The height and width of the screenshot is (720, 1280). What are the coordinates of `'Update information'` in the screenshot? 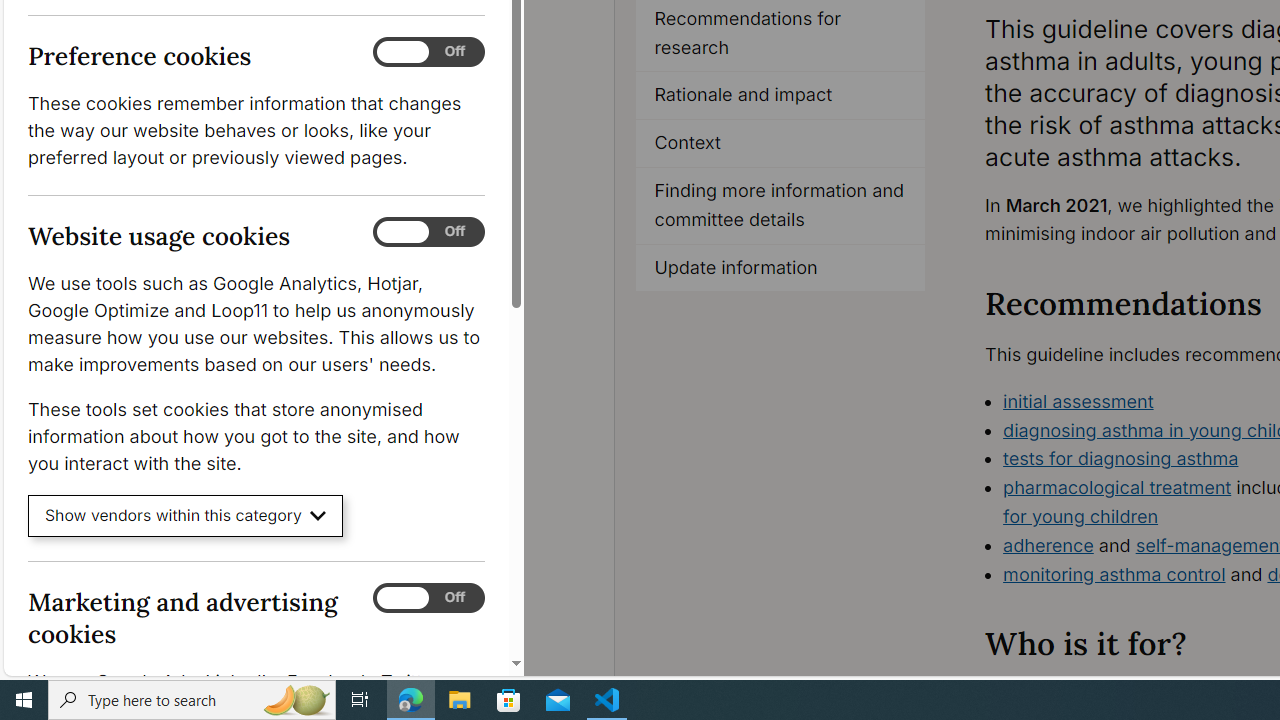 It's located at (780, 267).